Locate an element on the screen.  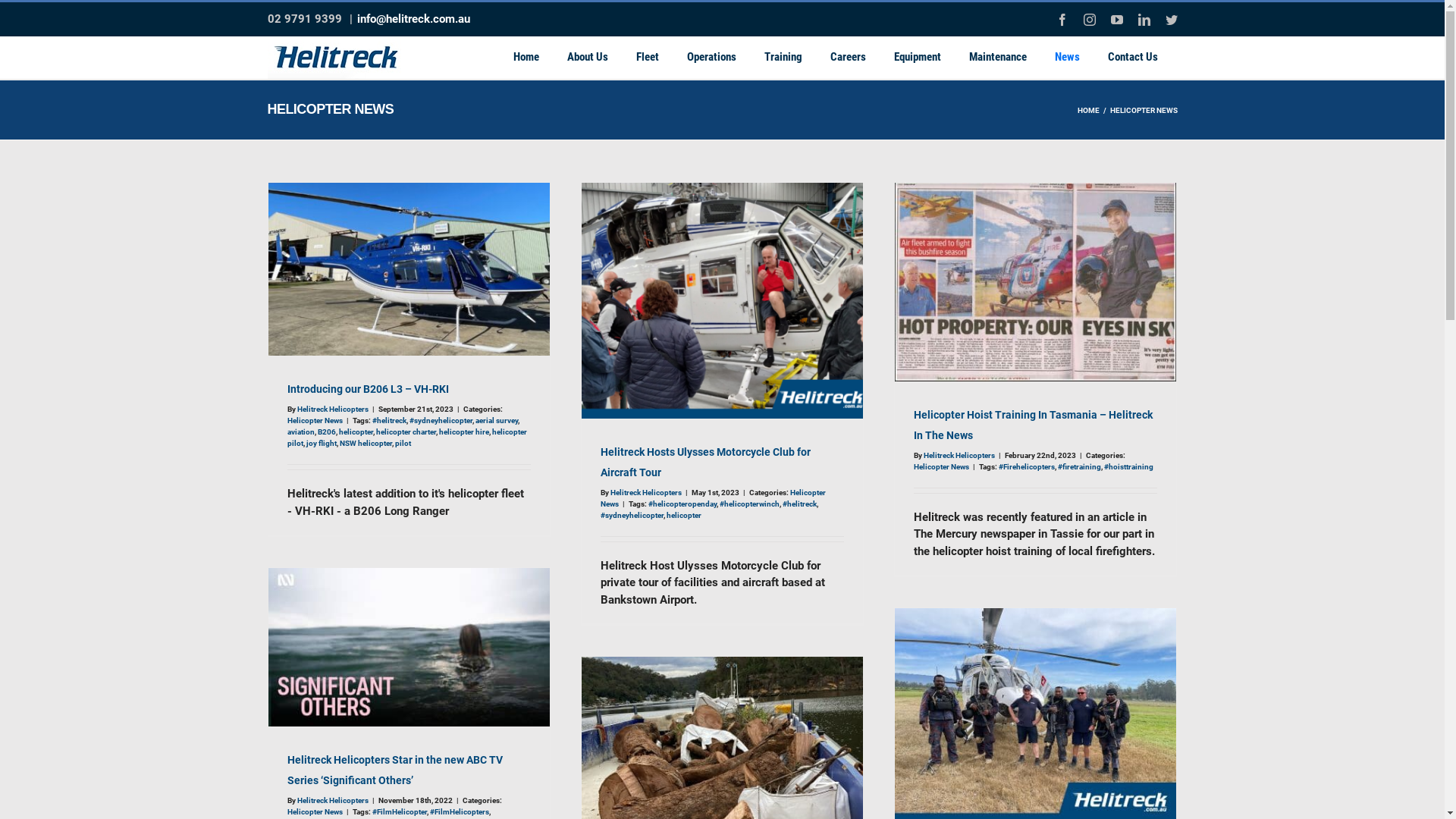
'Twitter' is located at coordinates (1170, 20).